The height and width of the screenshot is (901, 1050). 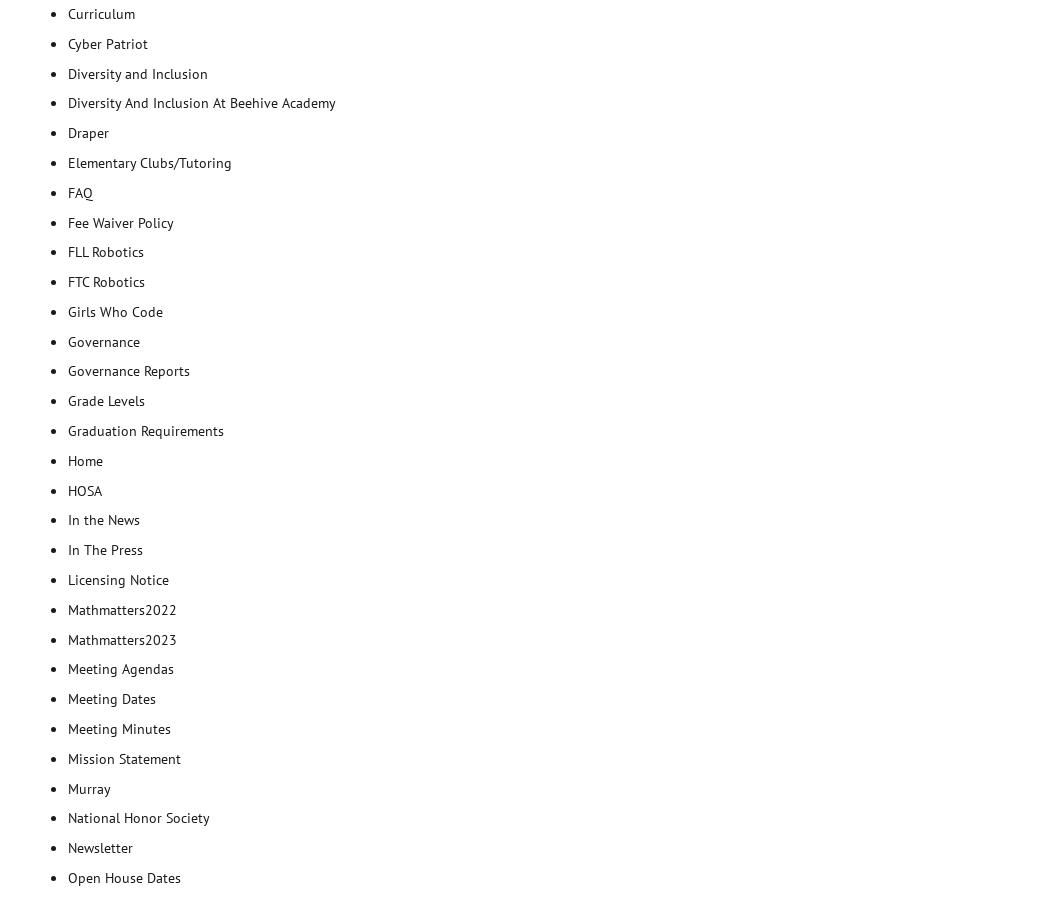 I want to click on 'Meeting Minutes', so click(x=67, y=727).